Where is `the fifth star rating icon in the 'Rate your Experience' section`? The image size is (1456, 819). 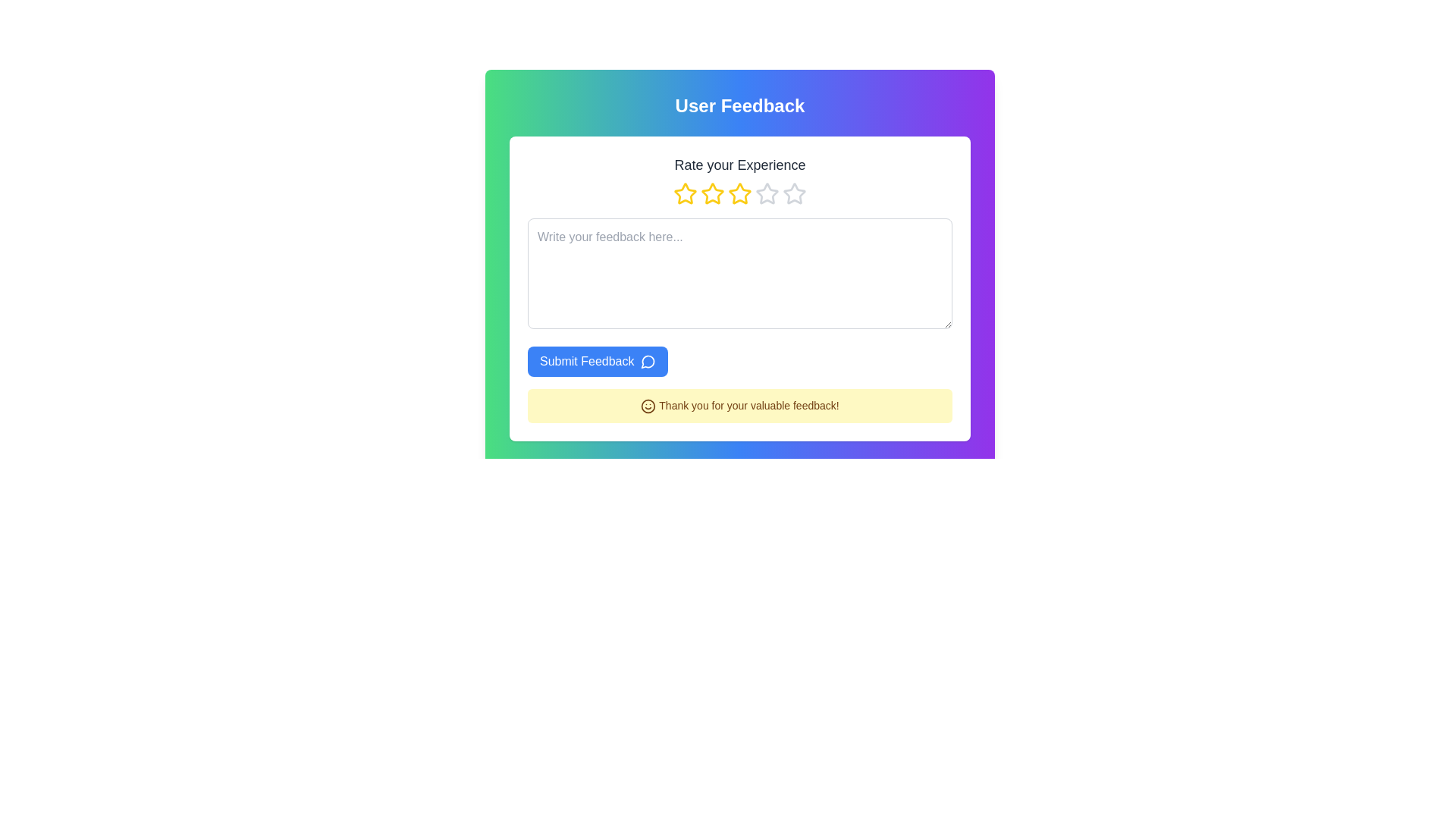
the fifth star rating icon in the 'Rate your Experience' section is located at coordinates (793, 193).